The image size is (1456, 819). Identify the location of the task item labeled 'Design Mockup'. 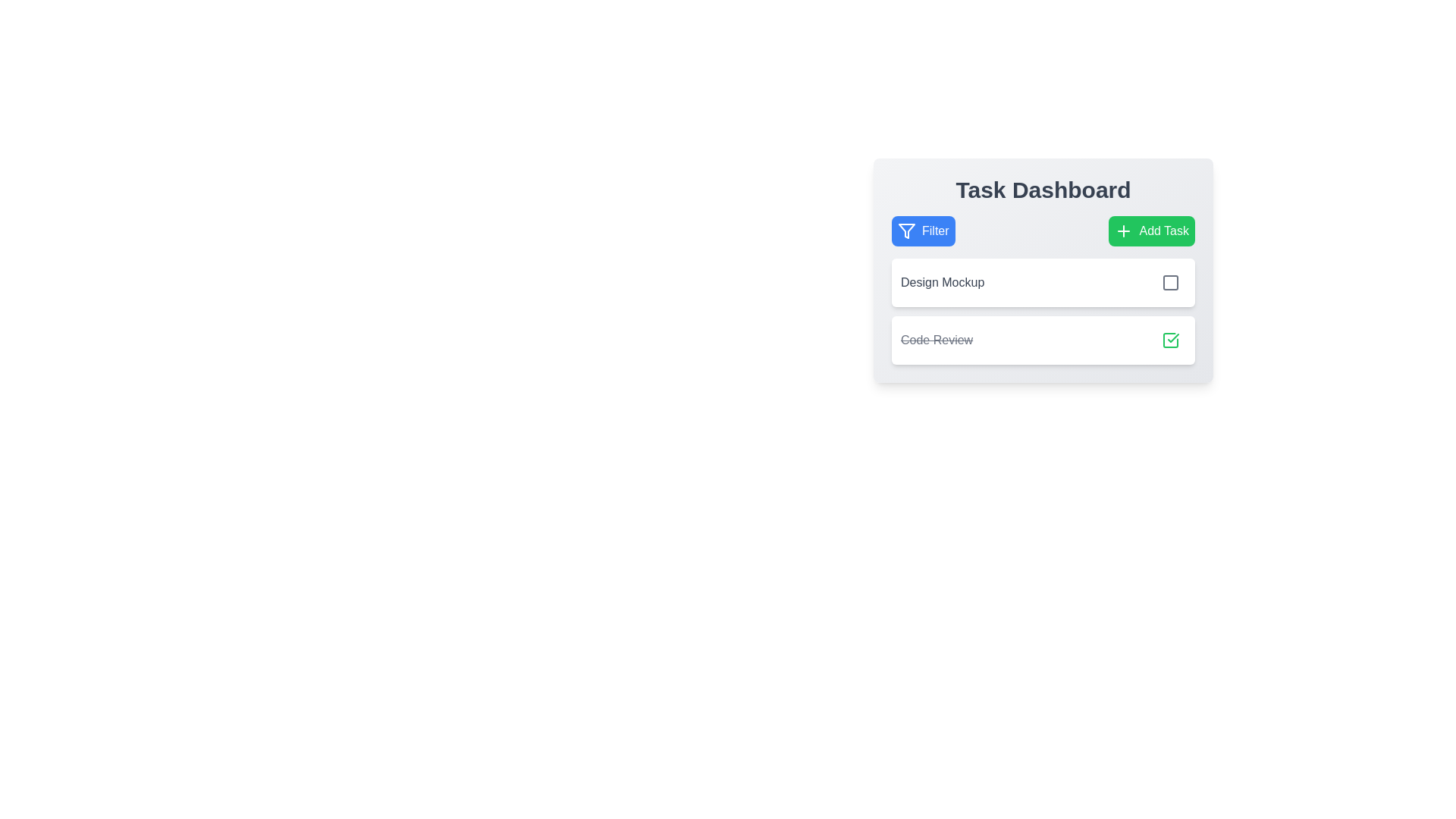
(1043, 283).